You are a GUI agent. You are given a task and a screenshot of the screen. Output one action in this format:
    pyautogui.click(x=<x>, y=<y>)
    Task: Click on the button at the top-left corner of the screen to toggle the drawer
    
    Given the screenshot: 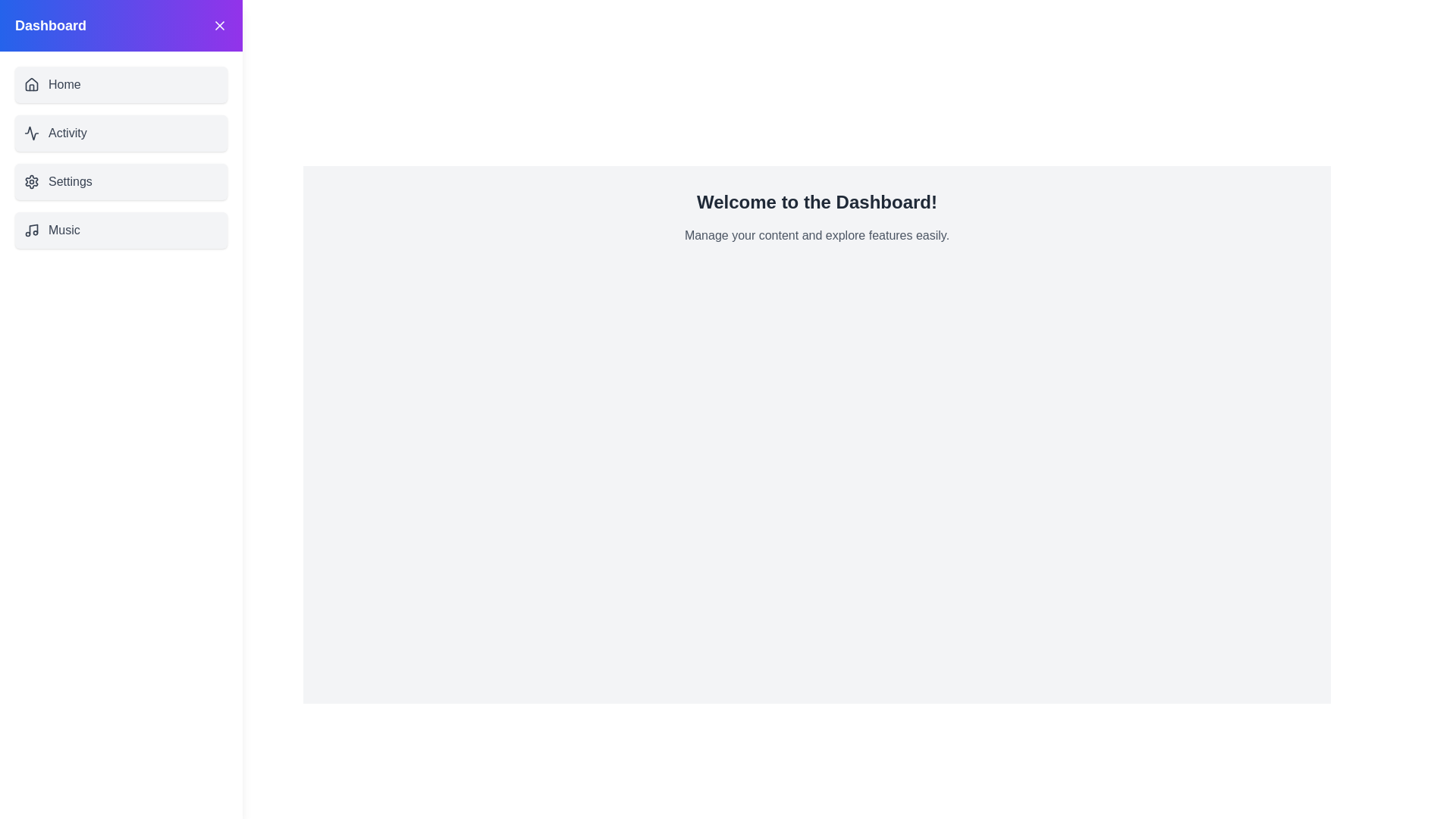 What is the action you would take?
    pyautogui.click(x=36, y=35)
    